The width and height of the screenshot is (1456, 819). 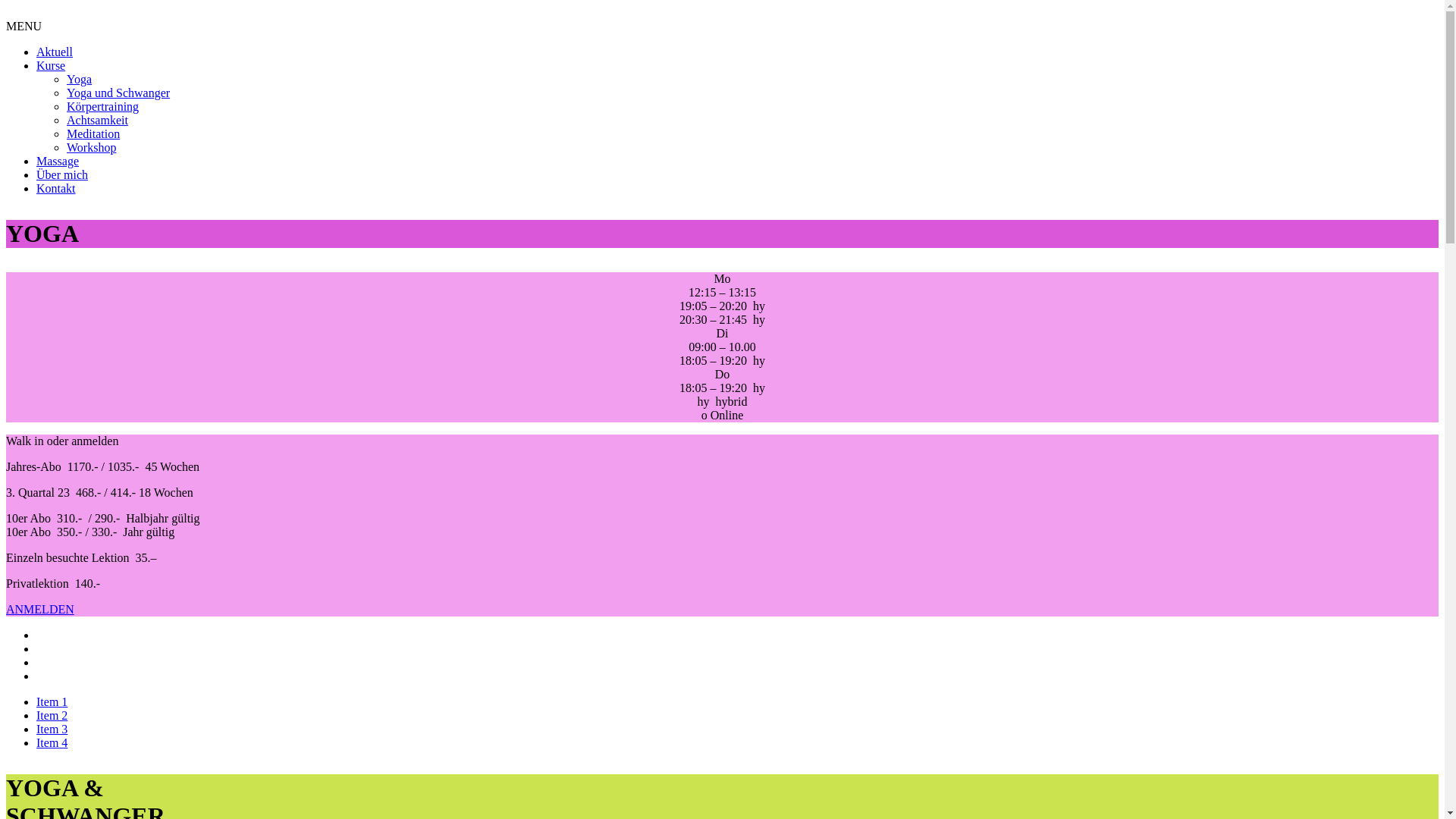 What do you see at coordinates (52, 715) in the screenshot?
I see `'Item 2'` at bounding box center [52, 715].